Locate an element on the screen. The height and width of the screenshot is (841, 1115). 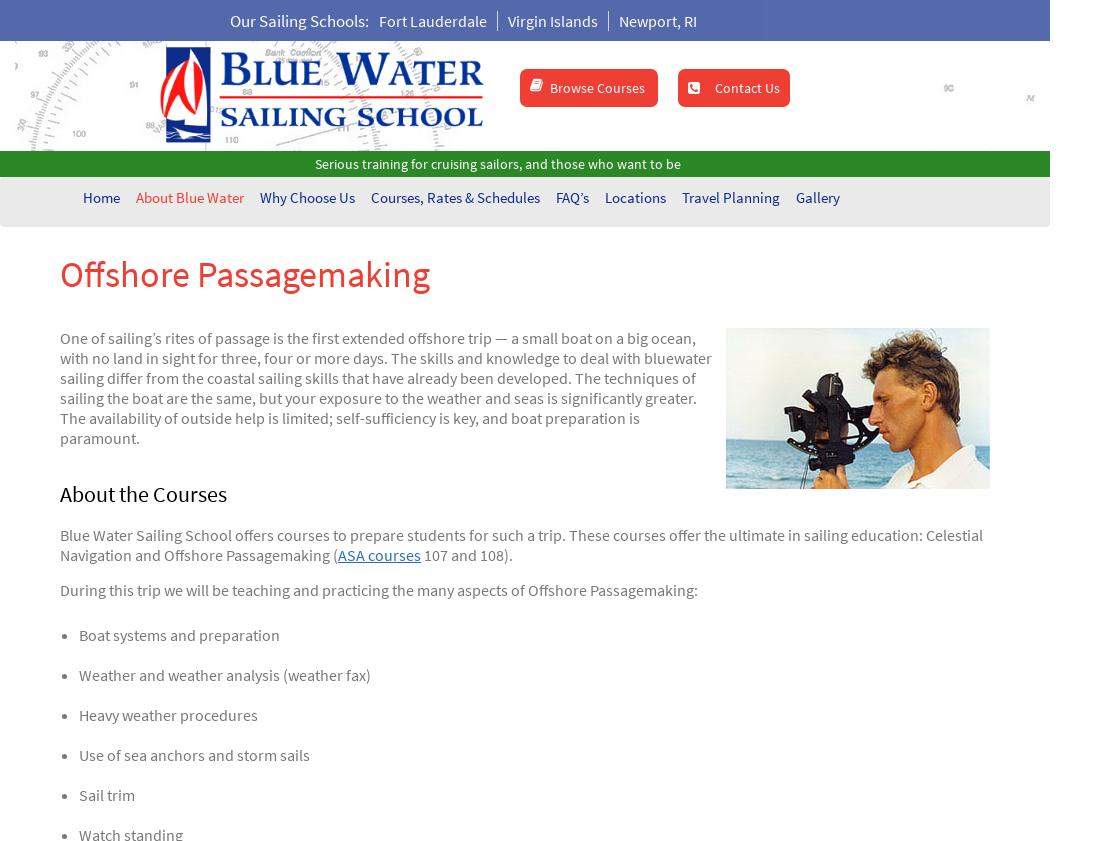
'Travel Planning' is located at coordinates (730, 196).